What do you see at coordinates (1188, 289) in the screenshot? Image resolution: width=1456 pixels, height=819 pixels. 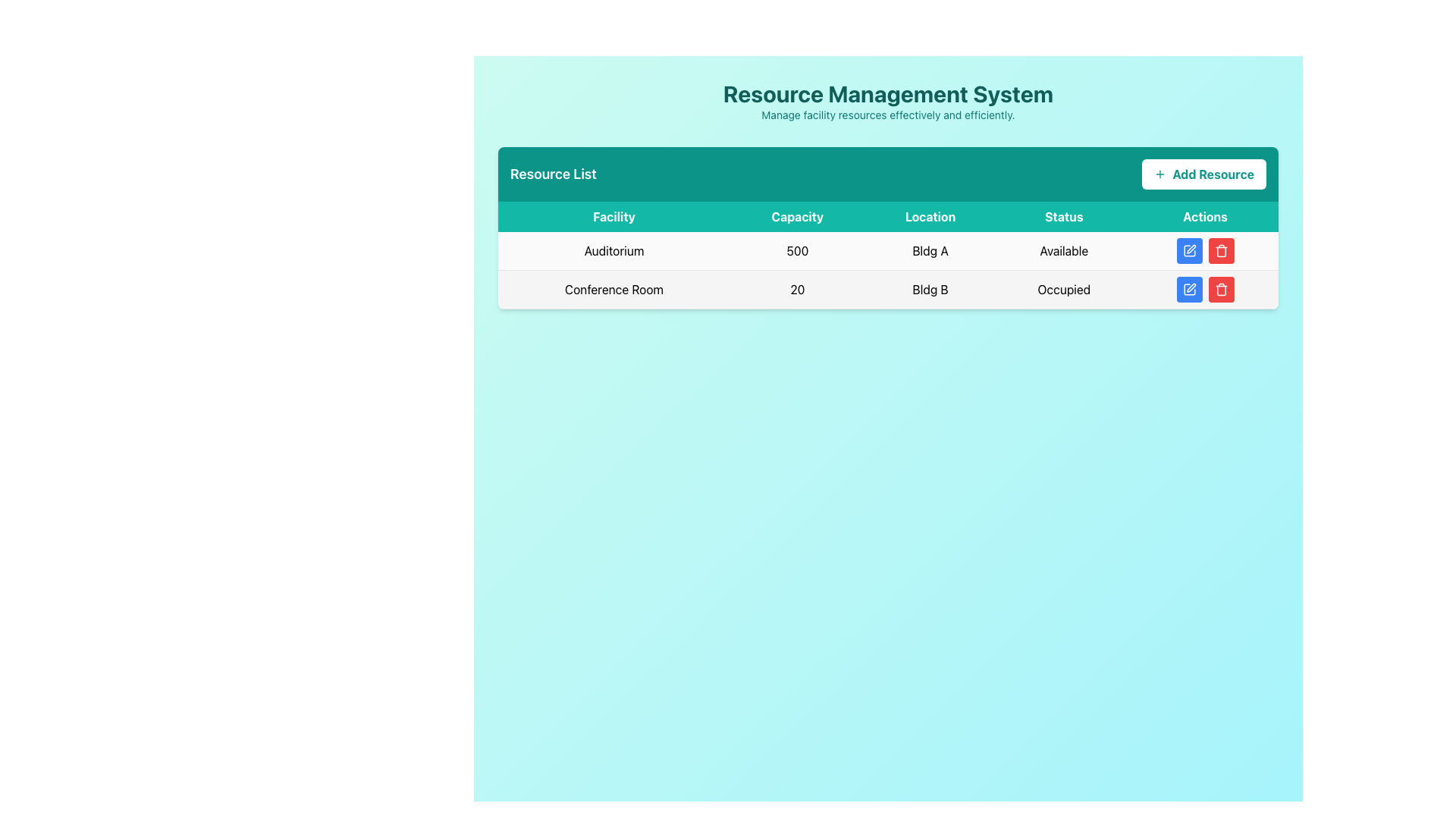 I see `the visual style of the Icon Component that decorates the button for the 'Conference Room' entry in the resource table, located in the 'Actions' column of the second row` at bounding box center [1188, 289].